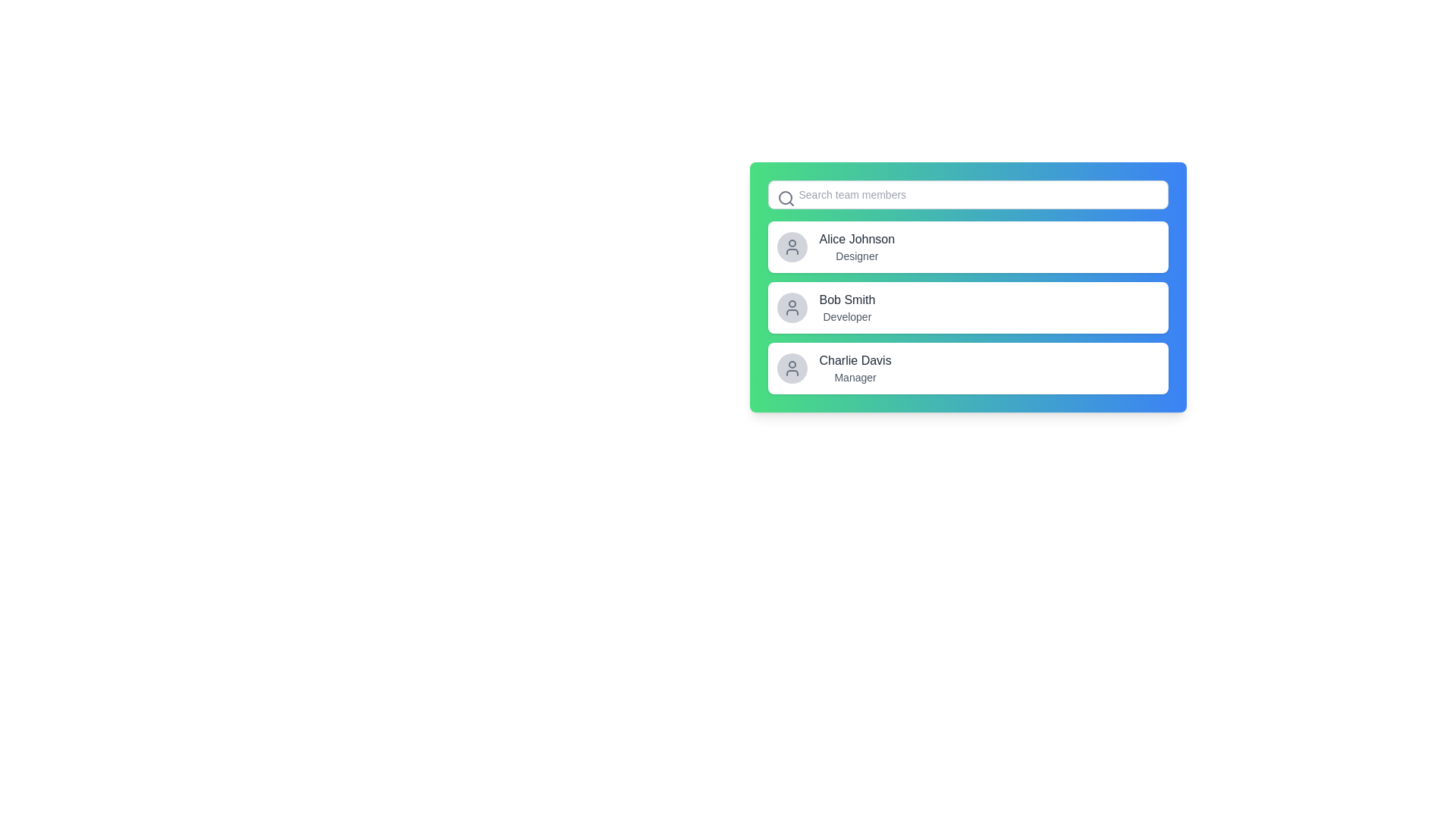 The height and width of the screenshot is (819, 1456). Describe the element at coordinates (791, 369) in the screenshot. I see `the Profile Icon representing Charlie Davis` at that location.